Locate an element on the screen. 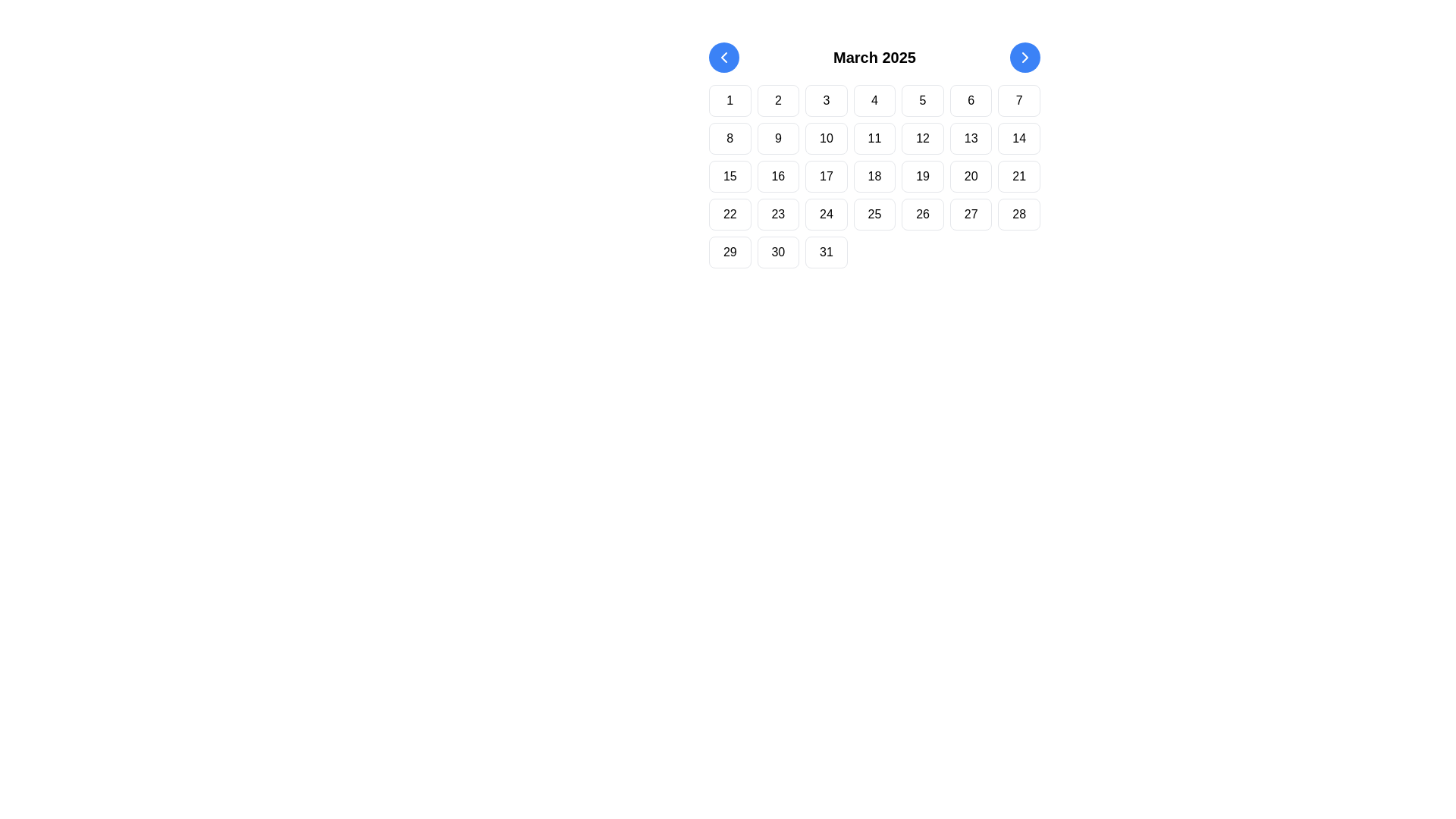  the button representing the selectable day in the calendar view located in the second row and fifth column of the grid is located at coordinates (922, 138).